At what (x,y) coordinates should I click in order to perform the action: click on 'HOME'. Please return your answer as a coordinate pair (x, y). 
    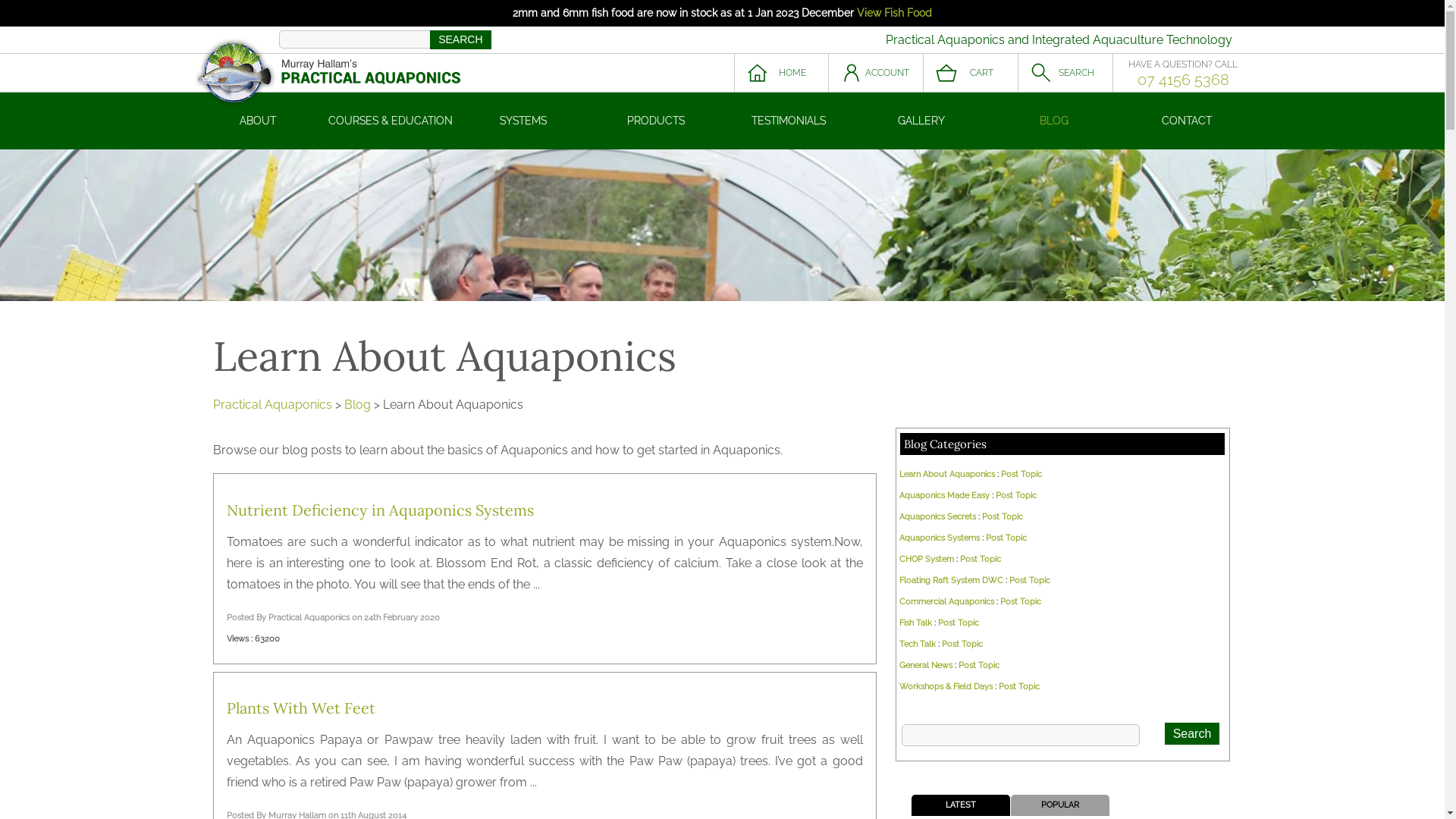
    Looking at the image, I should click on (781, 73).